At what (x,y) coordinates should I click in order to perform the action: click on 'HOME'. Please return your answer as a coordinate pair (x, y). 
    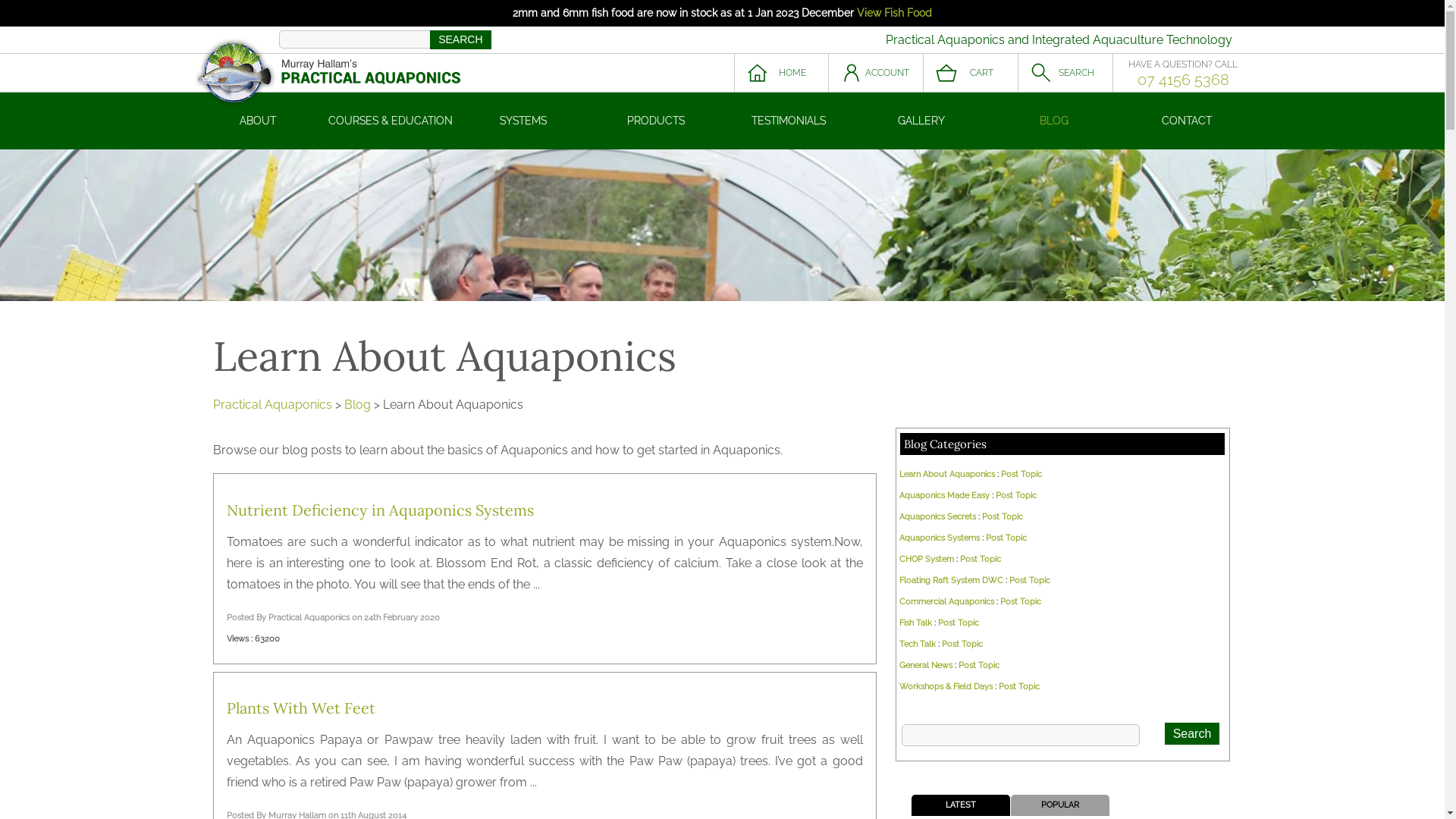
    Looking at the image, I should click on (781, 73).